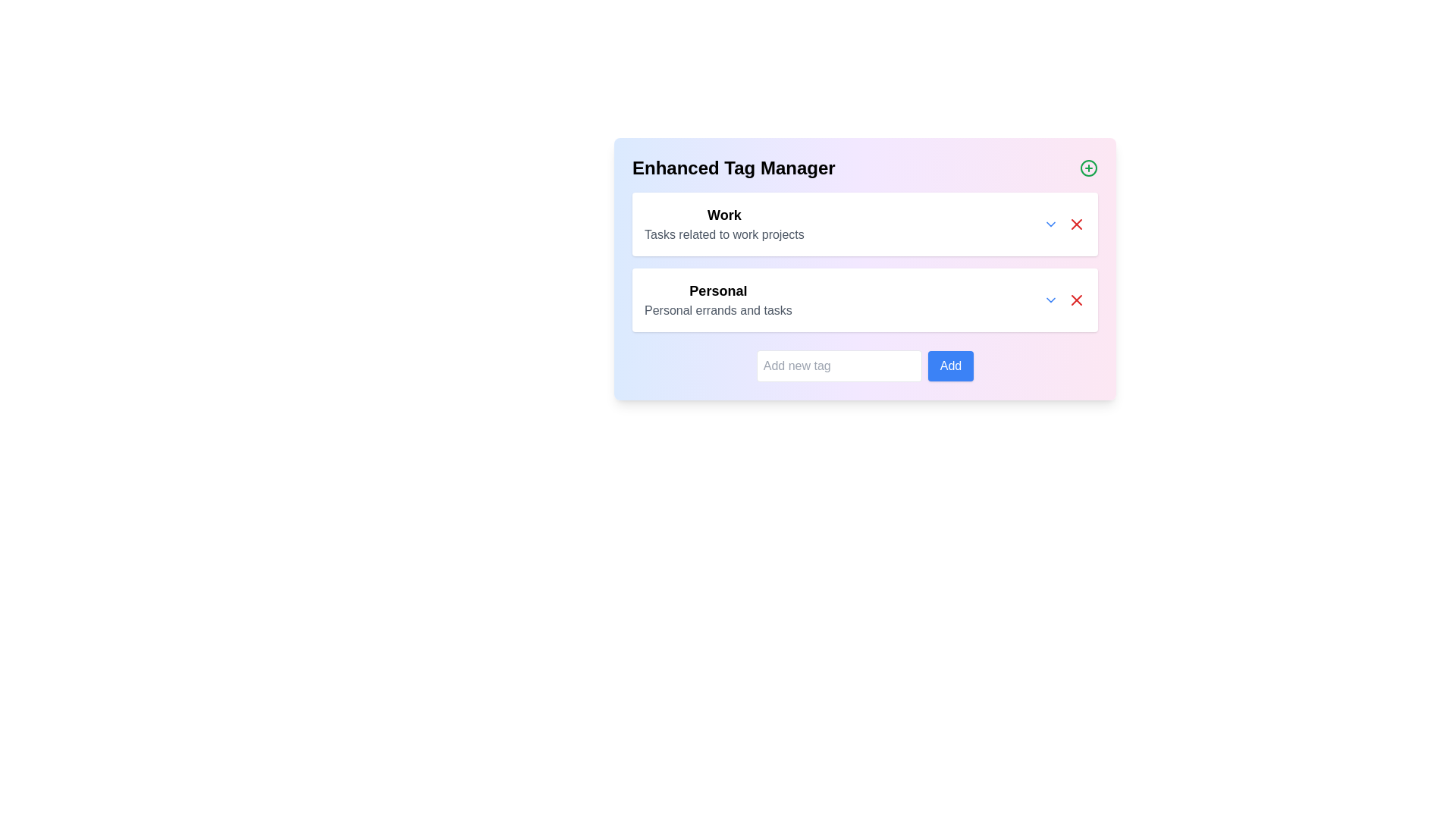 This screenshot has height=819, width=1456. I want to click on the text label that identifies the section as related to 'Work', which is positioned above the descriptive text 'Tasks related to work projects', so click(723, 215).